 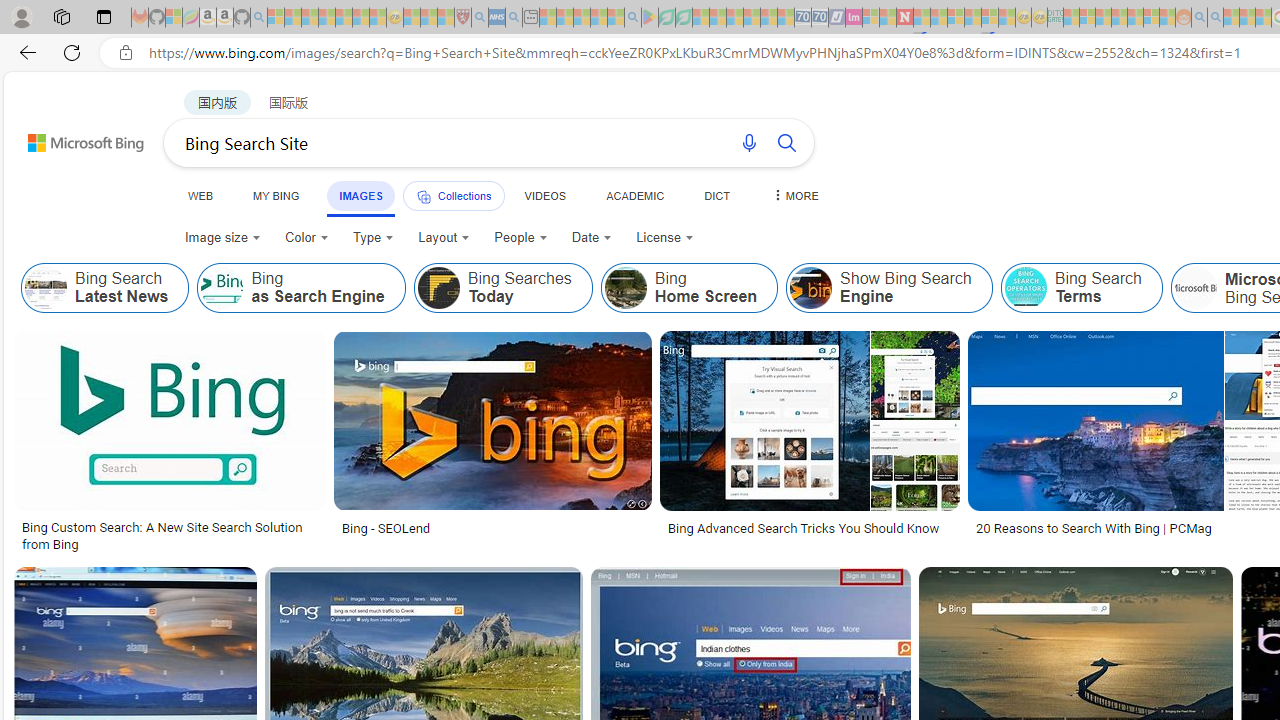 What do you see at coordinates (222, 236) in the screenshot?
I see `'Image size'` at bounding box center [222, 236].